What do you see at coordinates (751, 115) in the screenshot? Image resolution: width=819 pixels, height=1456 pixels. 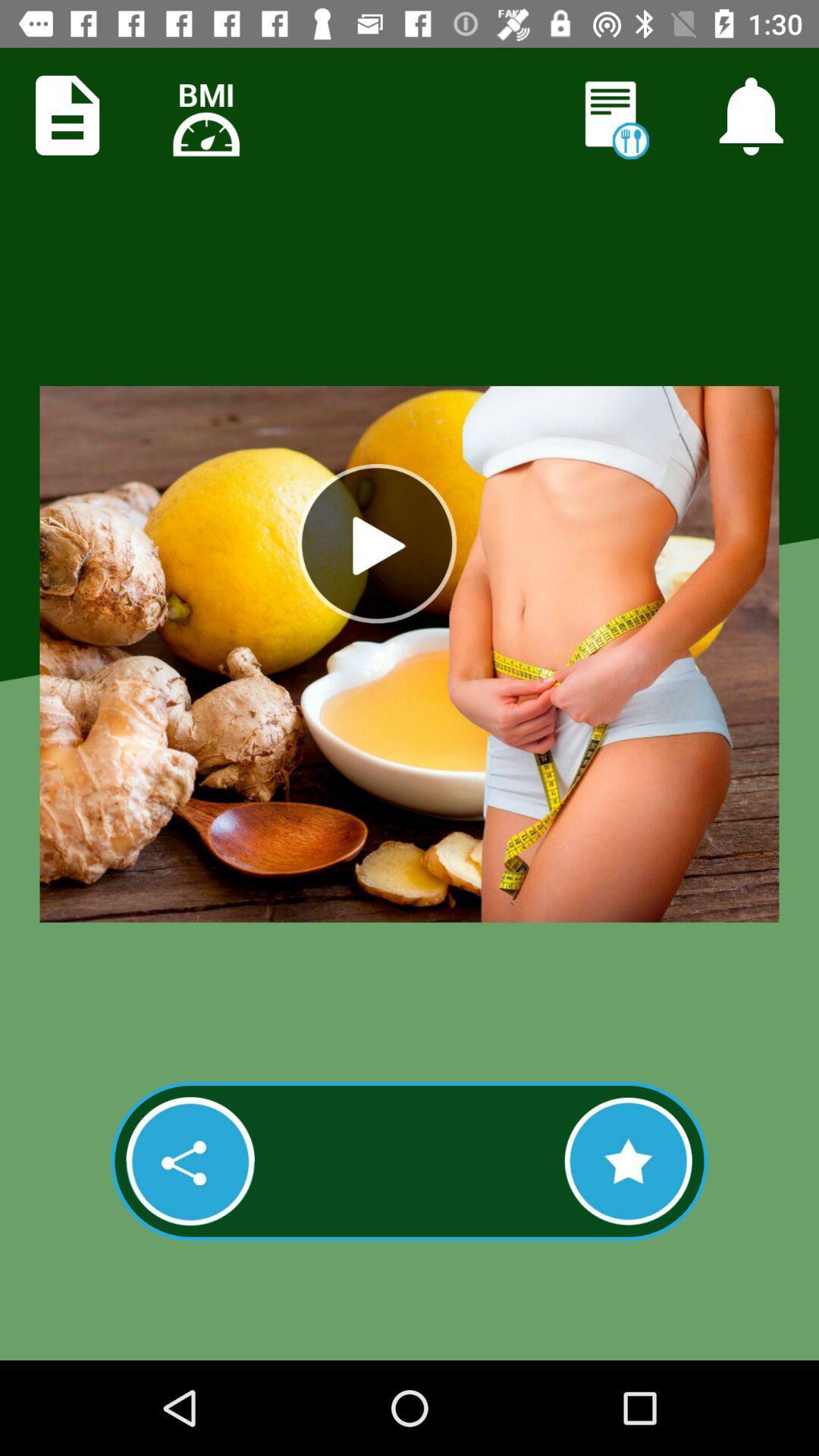 I see `check notifications` at bounding box center [751, 115].